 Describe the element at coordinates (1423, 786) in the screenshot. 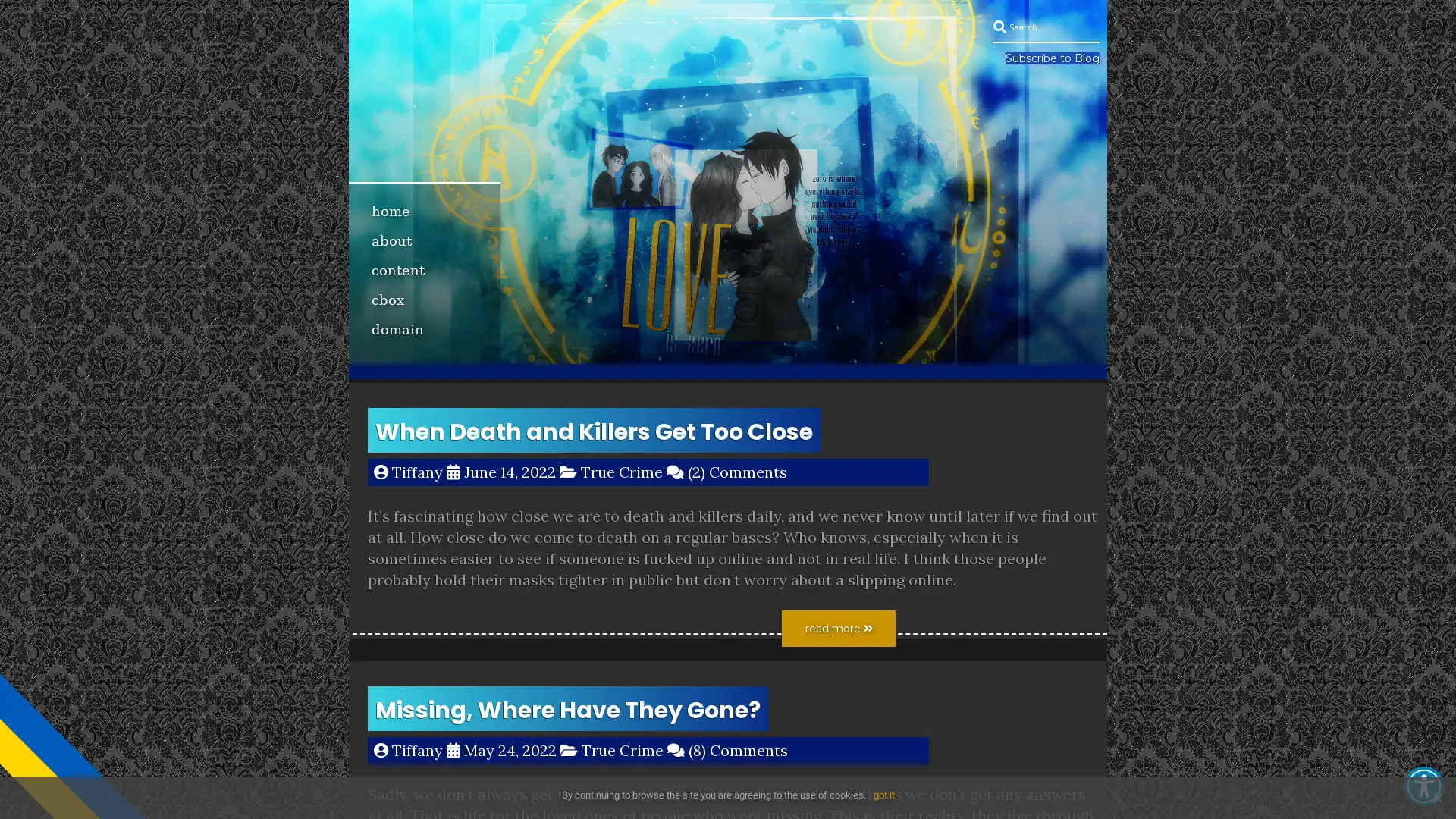

I see `Open Accessibility Toolbar` at that location.